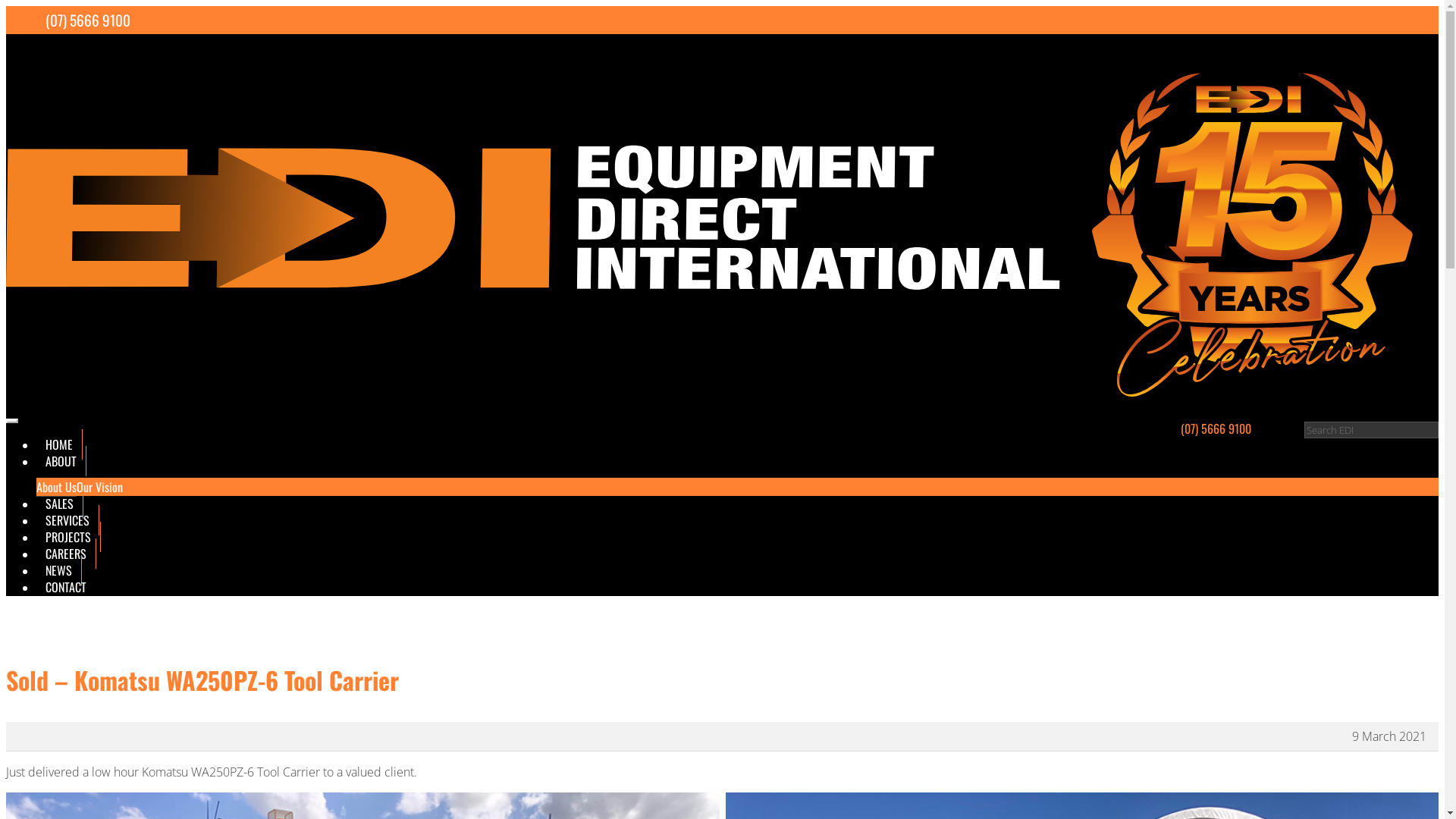 This screenshot has height=819, width=1456. Describe the element at coordinates (99, 486) in the screenshot. I see `'Our Vision'` at that location.